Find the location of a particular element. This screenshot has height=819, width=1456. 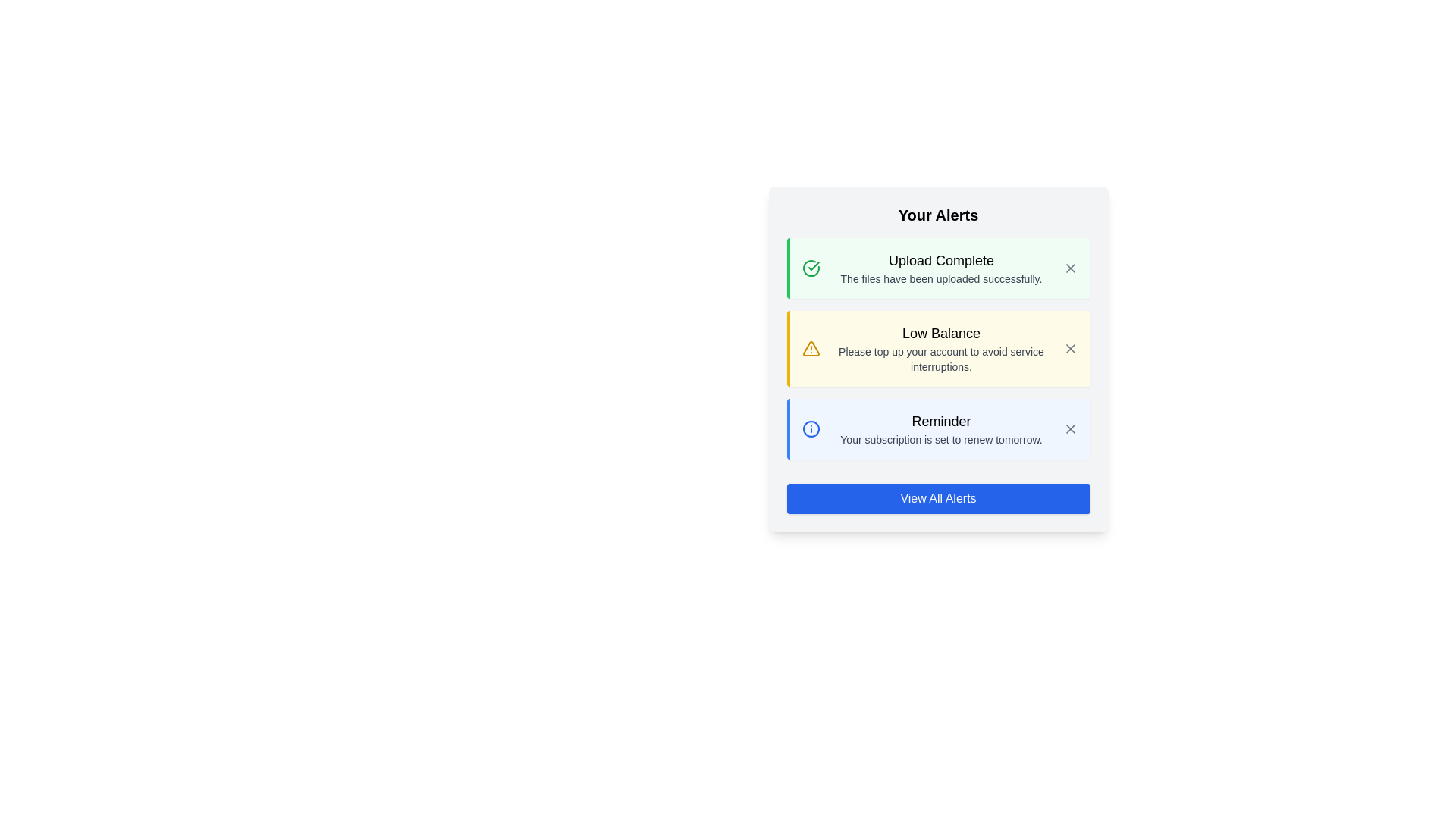

the 'View All Alerts' button, which has a blue background, white bold text, and is located at the bottom center of the 'Your Alerts' card is located at coordinates (937, 499).